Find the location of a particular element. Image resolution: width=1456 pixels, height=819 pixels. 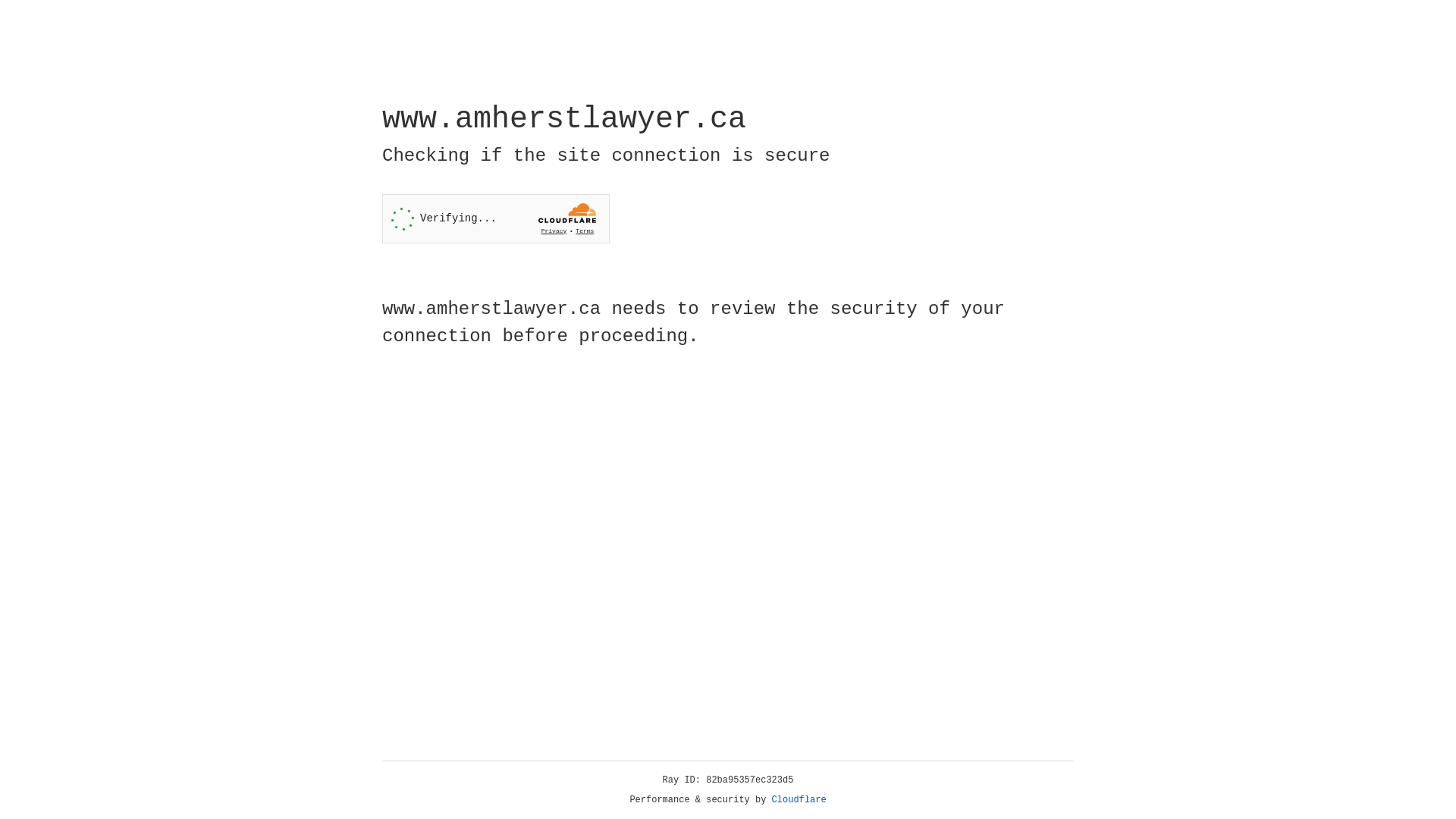

'Widget containing a Cloudflare security challenge' is located at coordinates (495, 218).